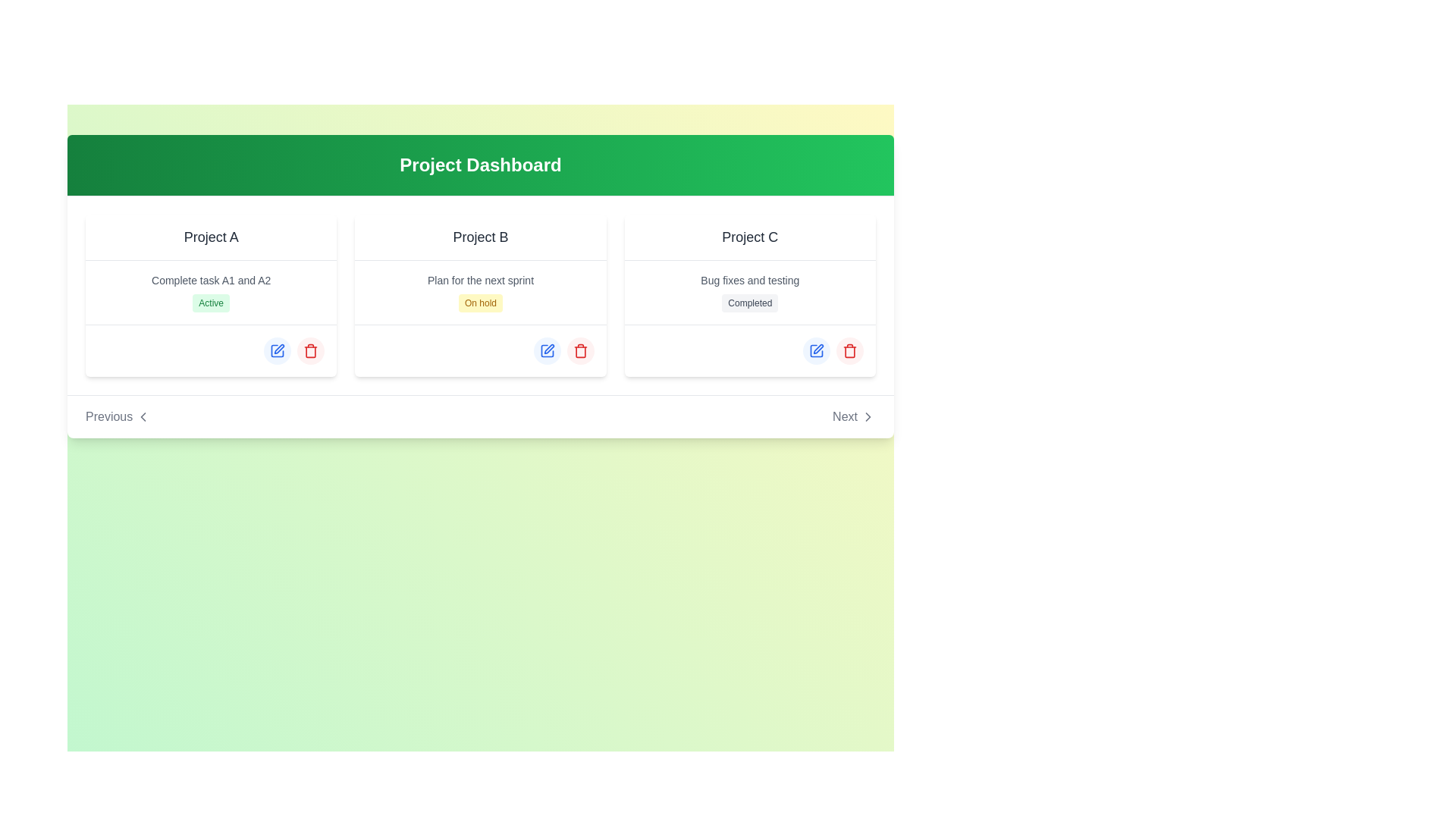 This screenshot has width=1456, height=819. Describe the element at coordinates (546, 350) in the screenshot. I see `the edit button located in the bottom-right corner of the 'Project B' card section` at that location.